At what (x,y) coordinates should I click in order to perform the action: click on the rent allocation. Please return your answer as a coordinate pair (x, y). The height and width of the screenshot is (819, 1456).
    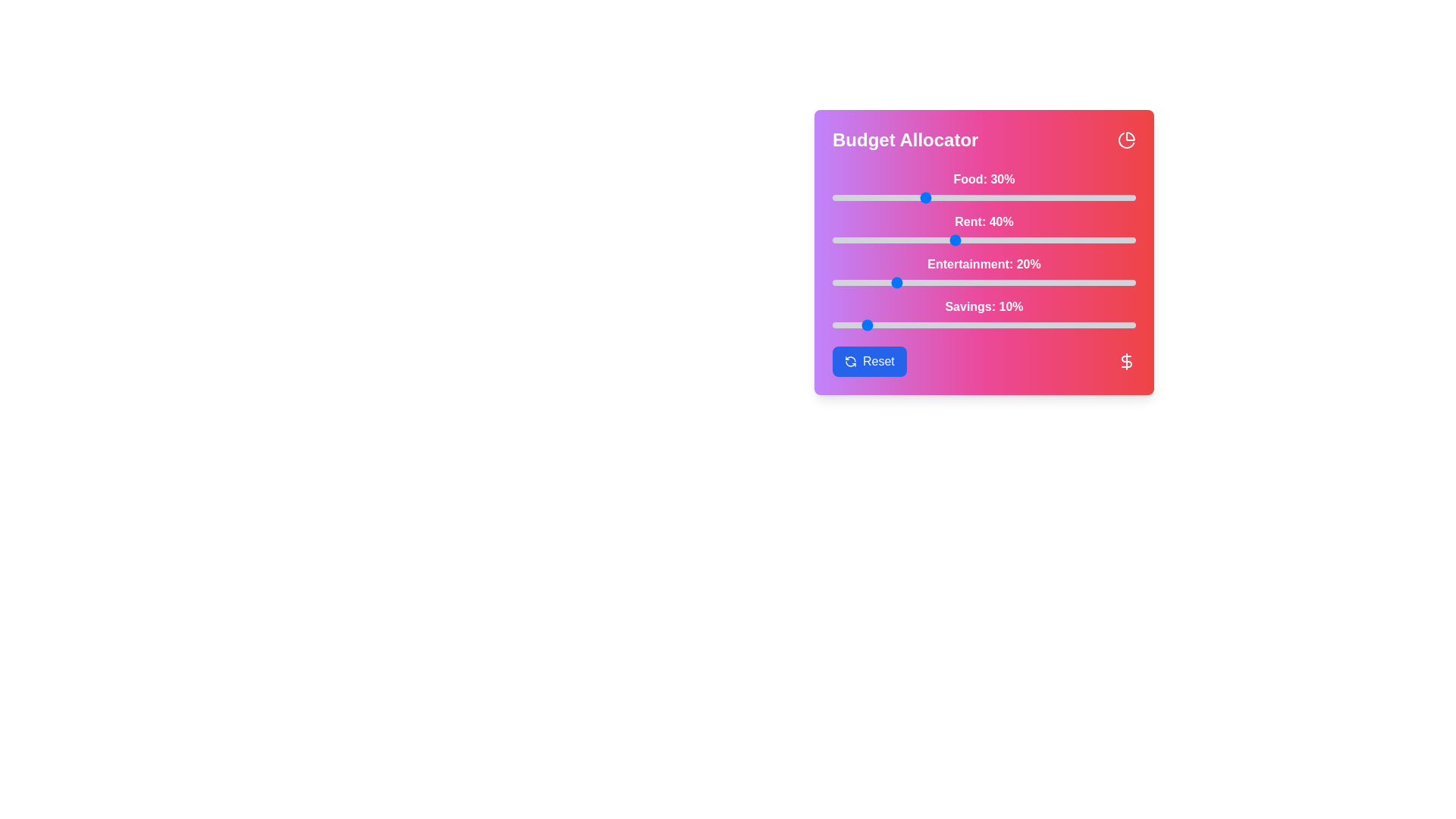
    Looking at the image, I should click on (1037, 239).